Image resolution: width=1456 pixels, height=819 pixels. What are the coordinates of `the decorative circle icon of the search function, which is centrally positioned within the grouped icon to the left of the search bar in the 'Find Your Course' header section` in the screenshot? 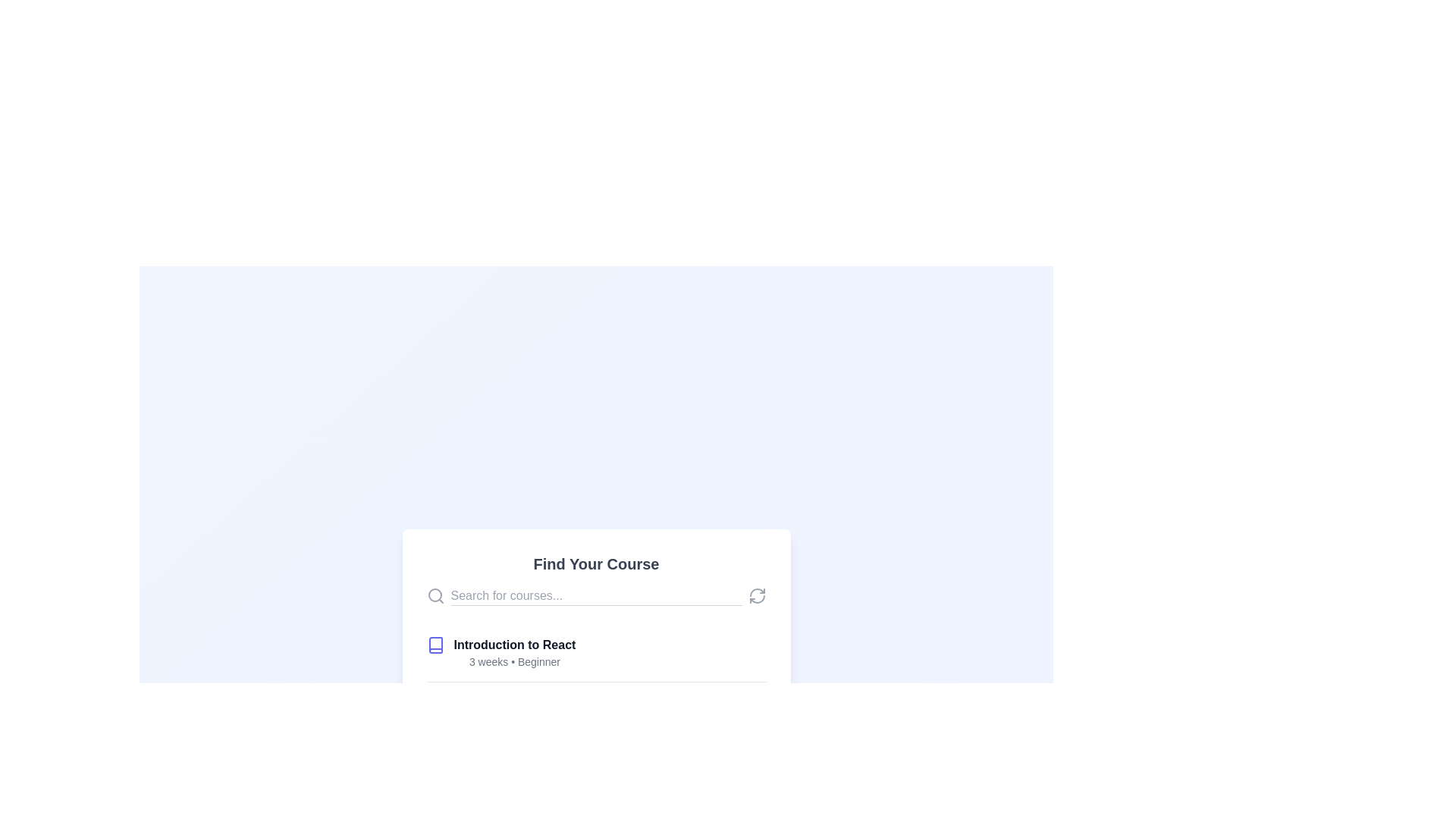 It's located at (434, 595).